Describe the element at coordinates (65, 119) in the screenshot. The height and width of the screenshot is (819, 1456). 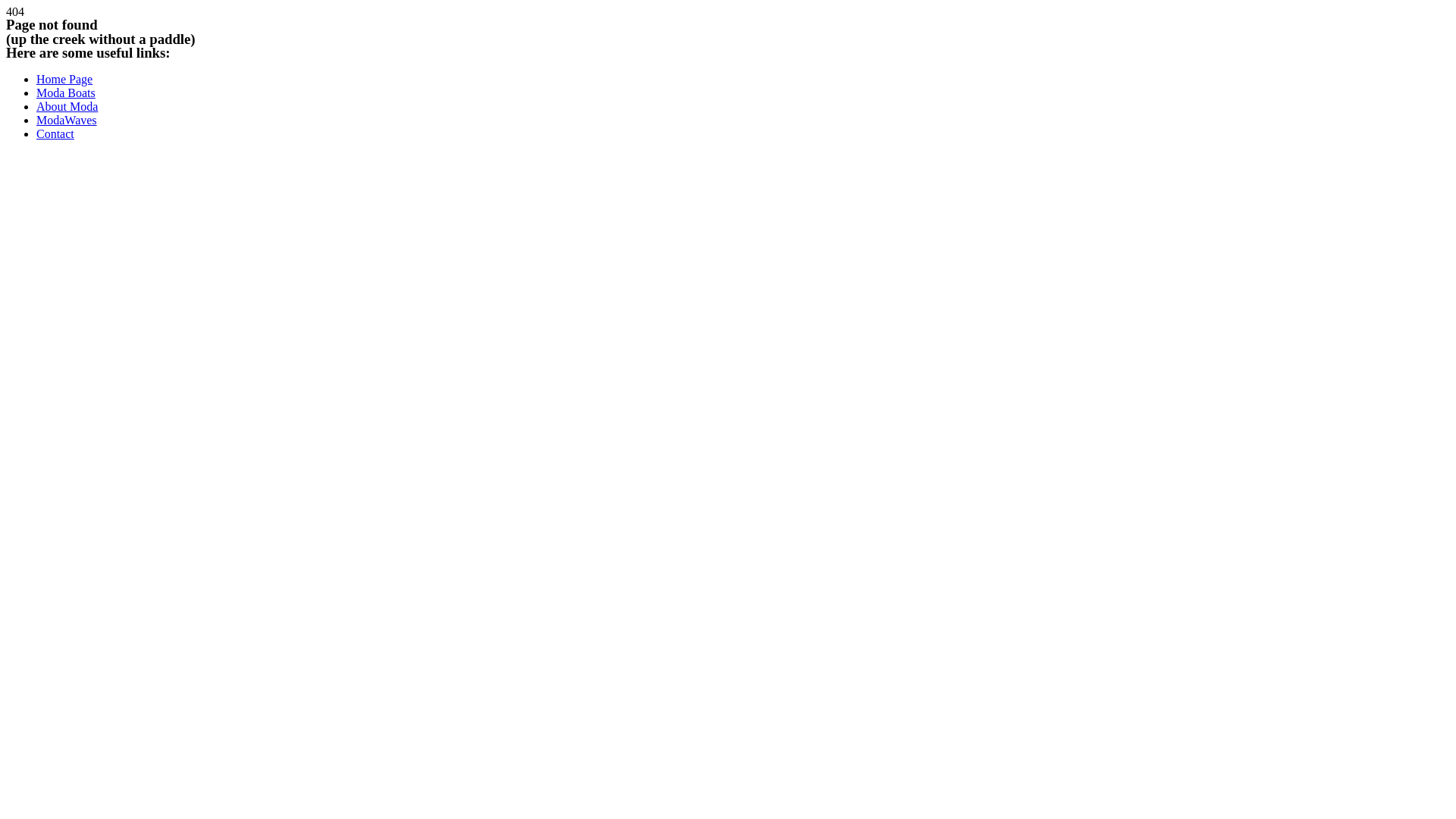
I see `'ModaWaves'` at that location.